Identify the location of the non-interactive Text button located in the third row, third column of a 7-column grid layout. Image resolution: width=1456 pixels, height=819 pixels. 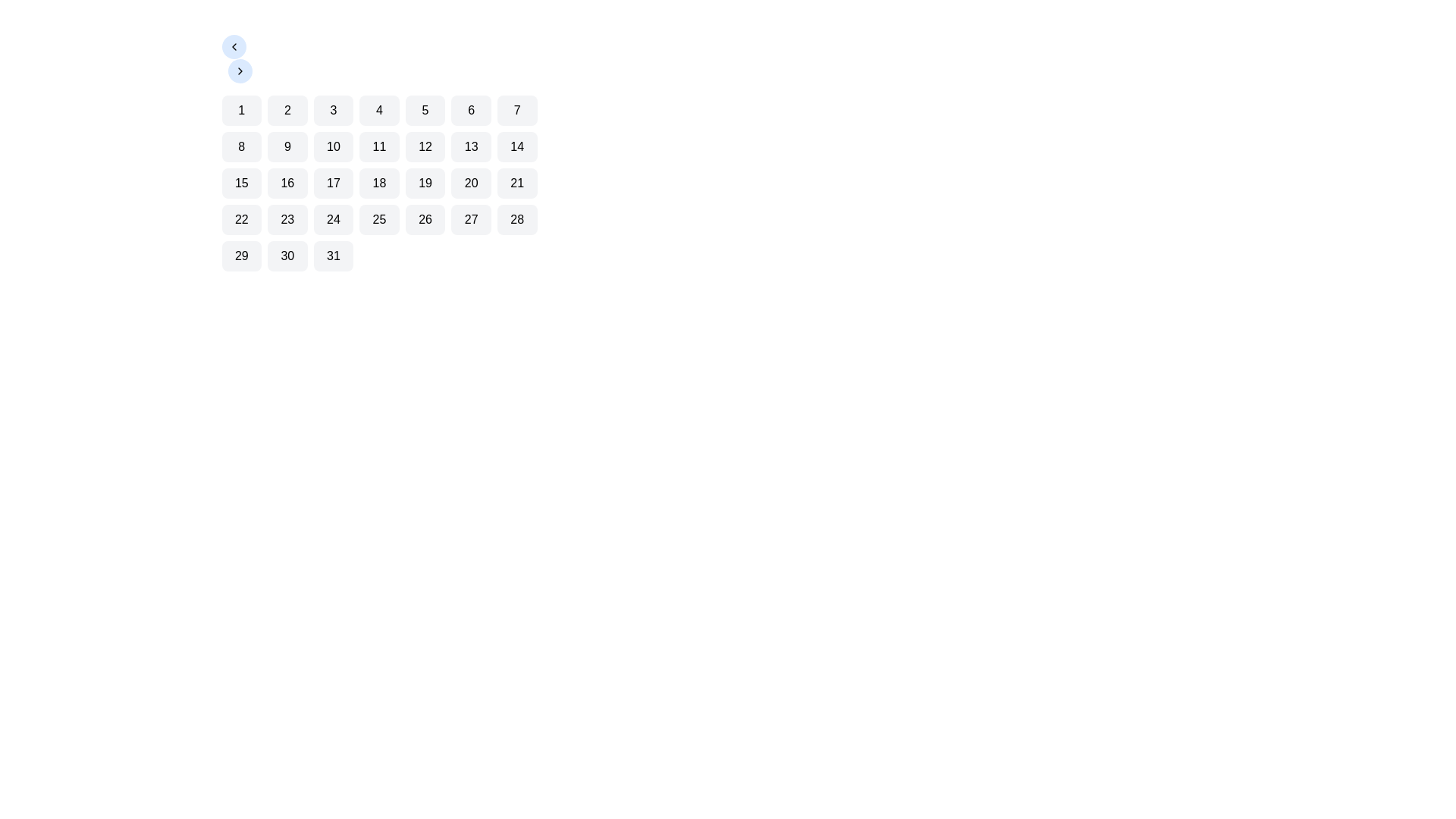
(332, 183).